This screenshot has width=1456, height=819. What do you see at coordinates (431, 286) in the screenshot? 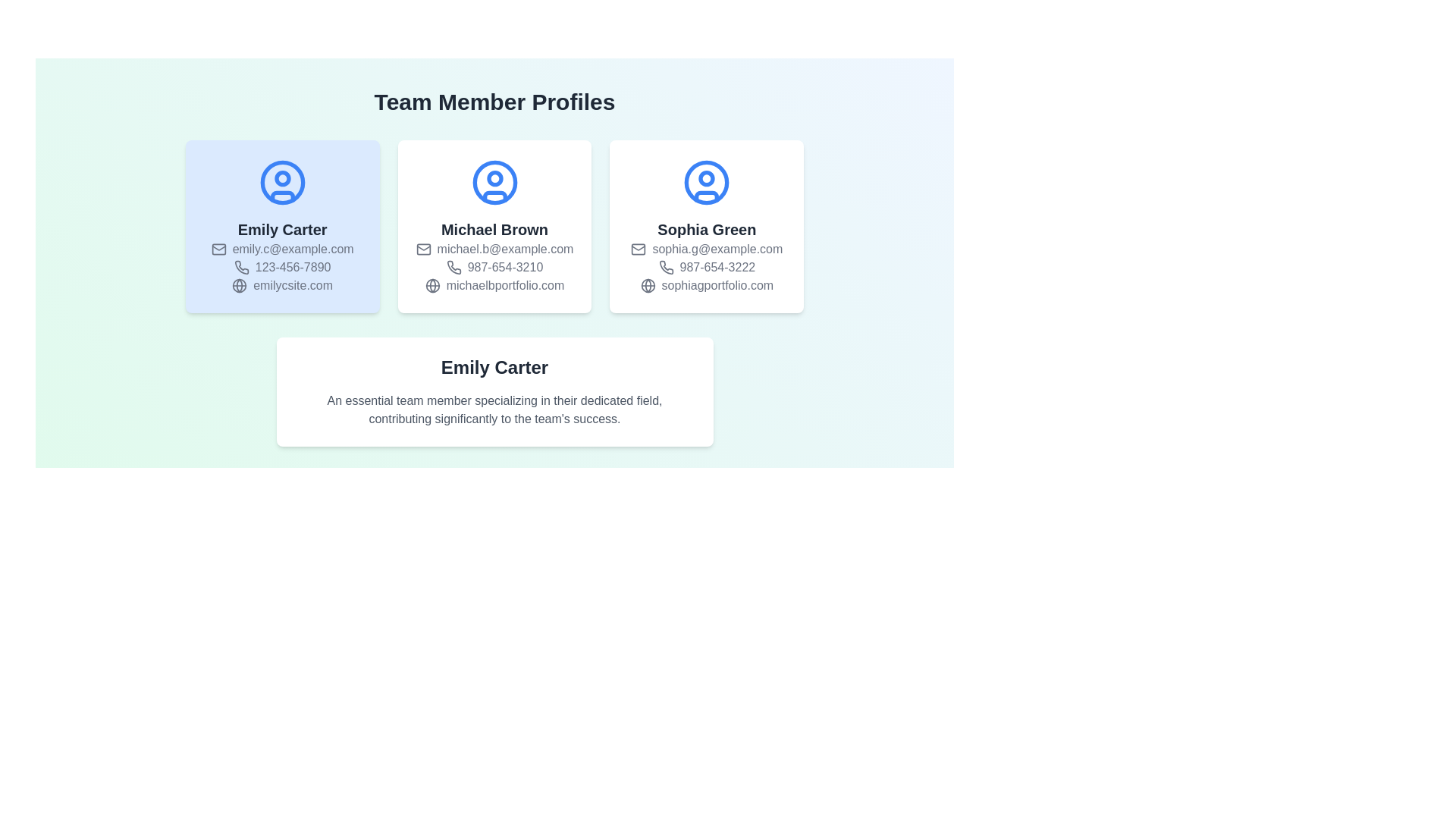
I see `the circle element representing the globe icon in the contact information card for Michael Brown` at bounding box center [431, 286].